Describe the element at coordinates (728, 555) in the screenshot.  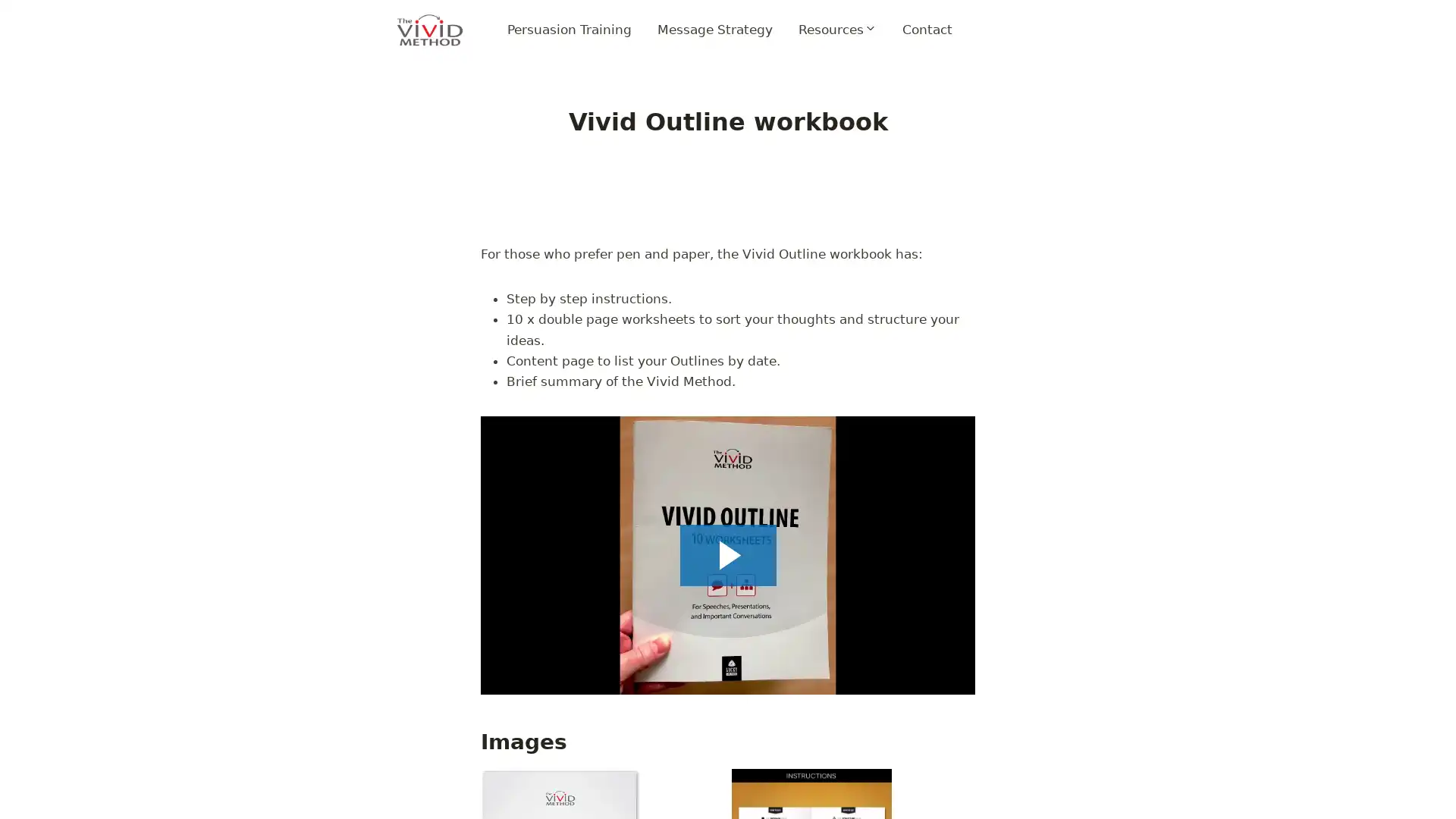
I see `Play` at that location.